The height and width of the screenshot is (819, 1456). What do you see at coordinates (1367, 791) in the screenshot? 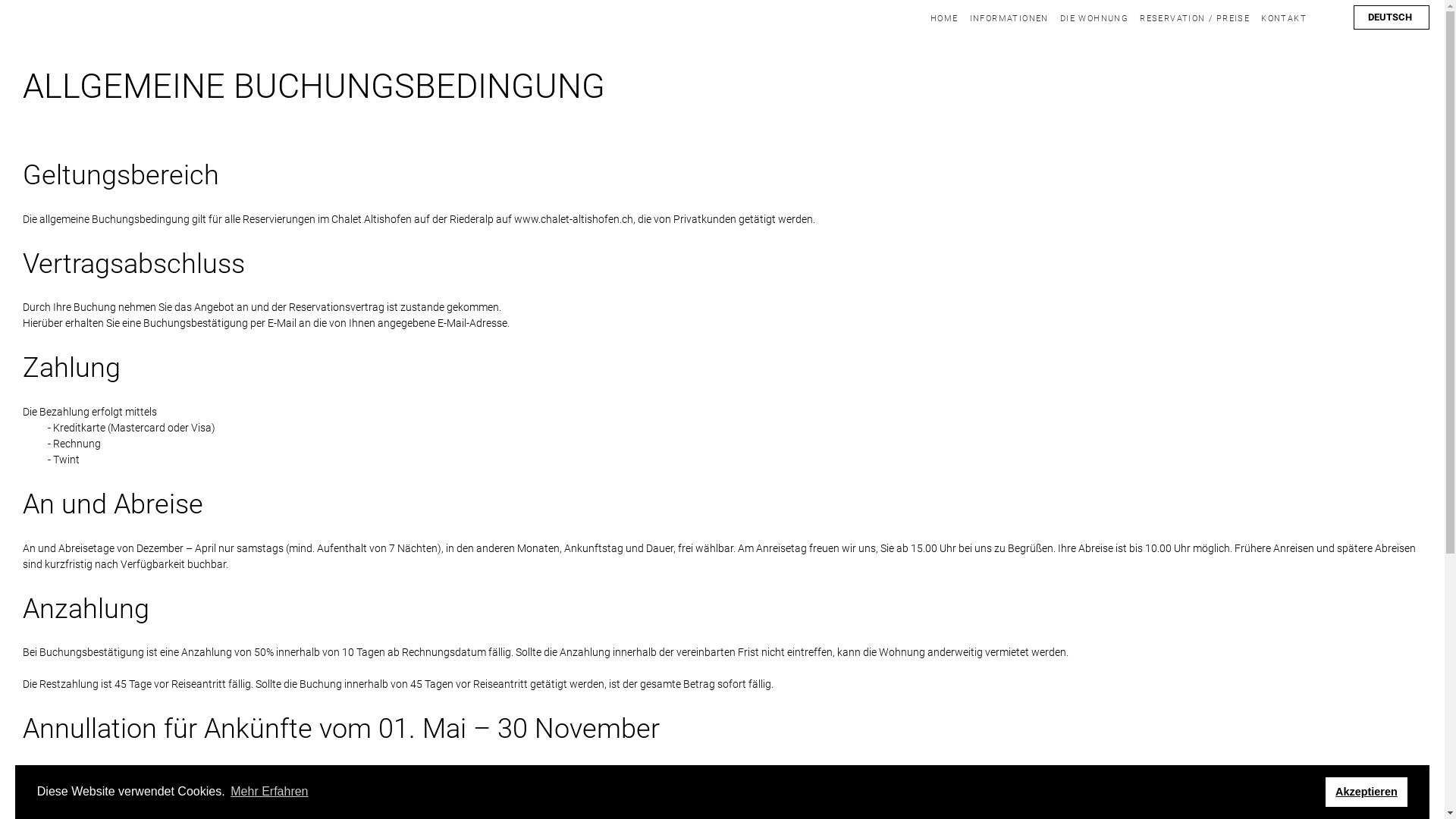
I see `'Akzeptieren'` at bounding box center [1367, 791].